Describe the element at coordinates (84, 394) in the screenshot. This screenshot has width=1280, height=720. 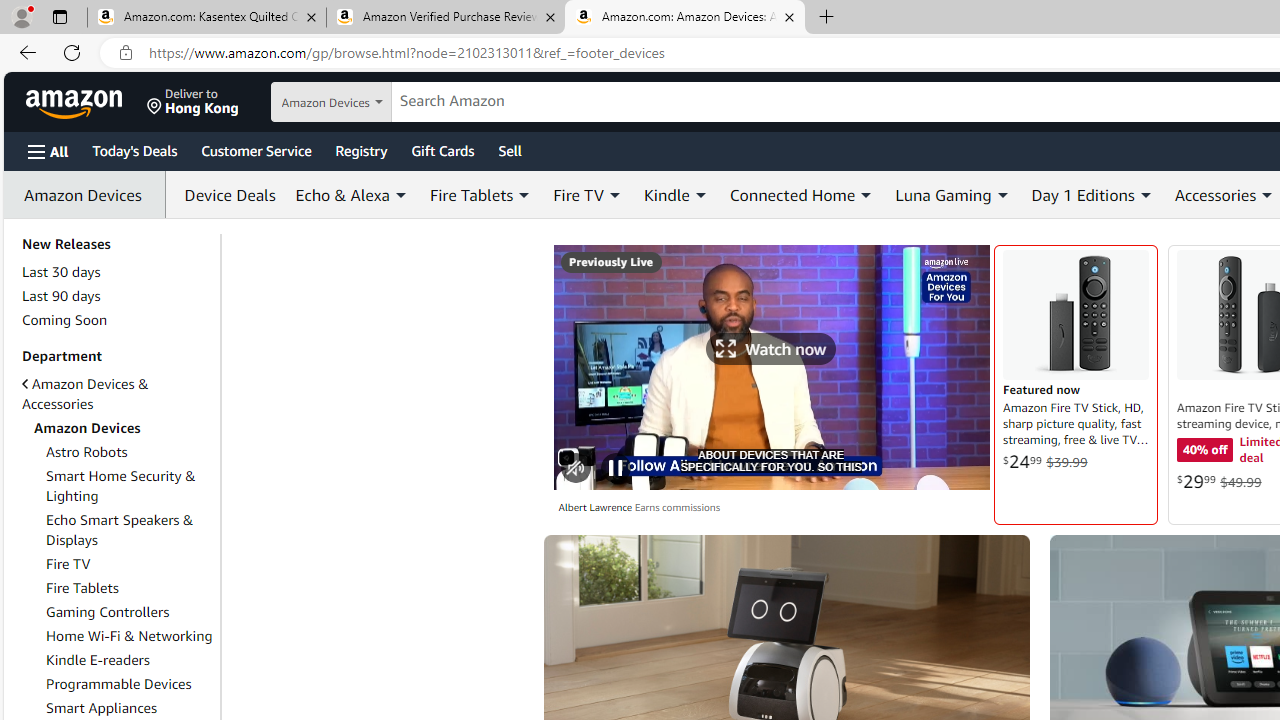
I see `'Amazon Devices & Accessories'` at that location.